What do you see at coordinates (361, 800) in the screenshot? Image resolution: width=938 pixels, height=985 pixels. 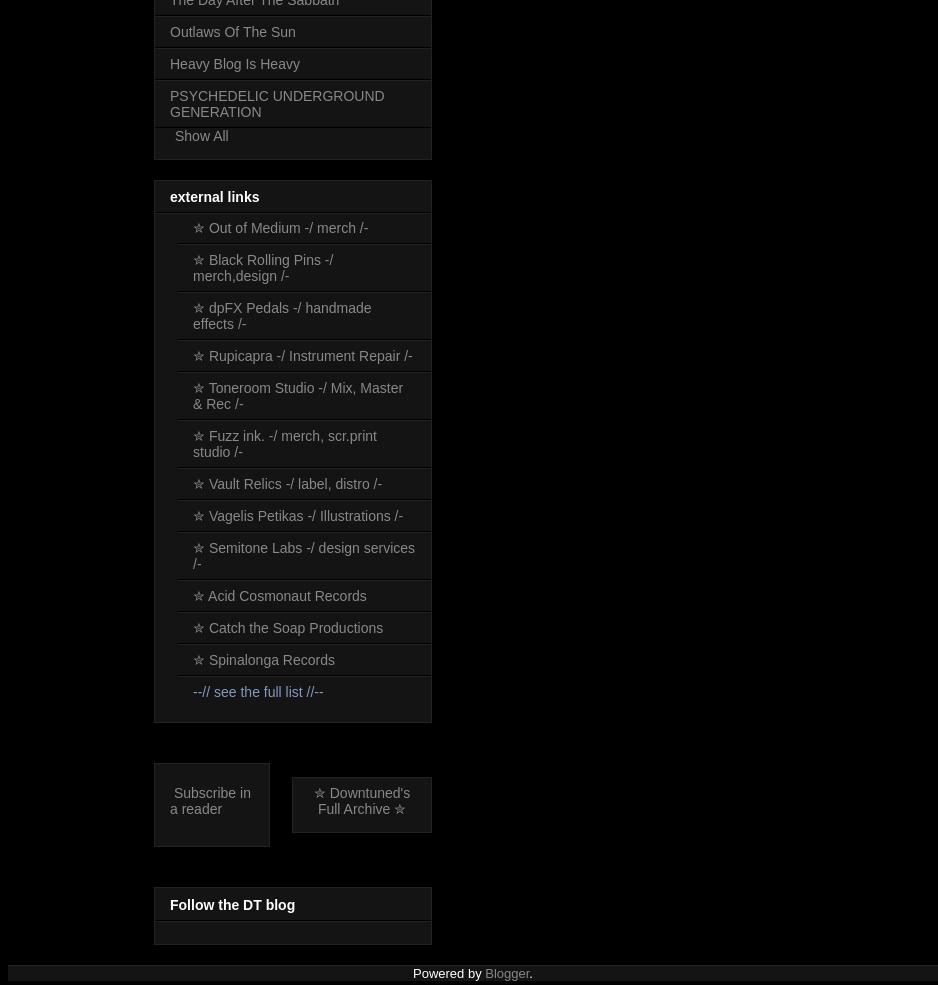 I see `'✮ Downtuned's Full Archive ✮'` at bounding box center [361, 800].